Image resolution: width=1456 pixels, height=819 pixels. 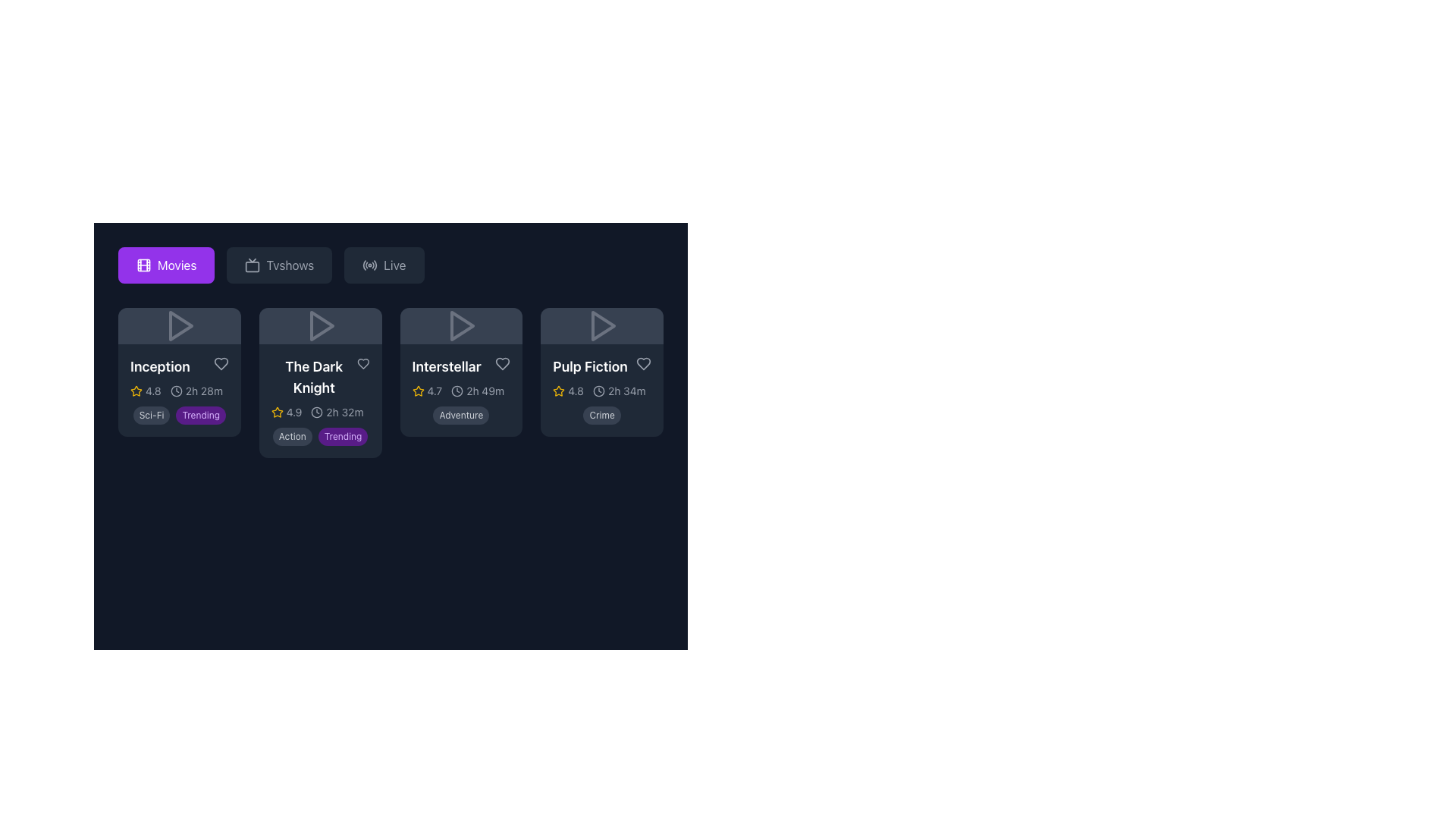 What do you see at coordinates (460, 390) in the screenshot?
I see `the Information Card displaying details about the movie 'Interstellar', which is the third card in a horizontal list of movie cards` at bounding box center [460, 390].